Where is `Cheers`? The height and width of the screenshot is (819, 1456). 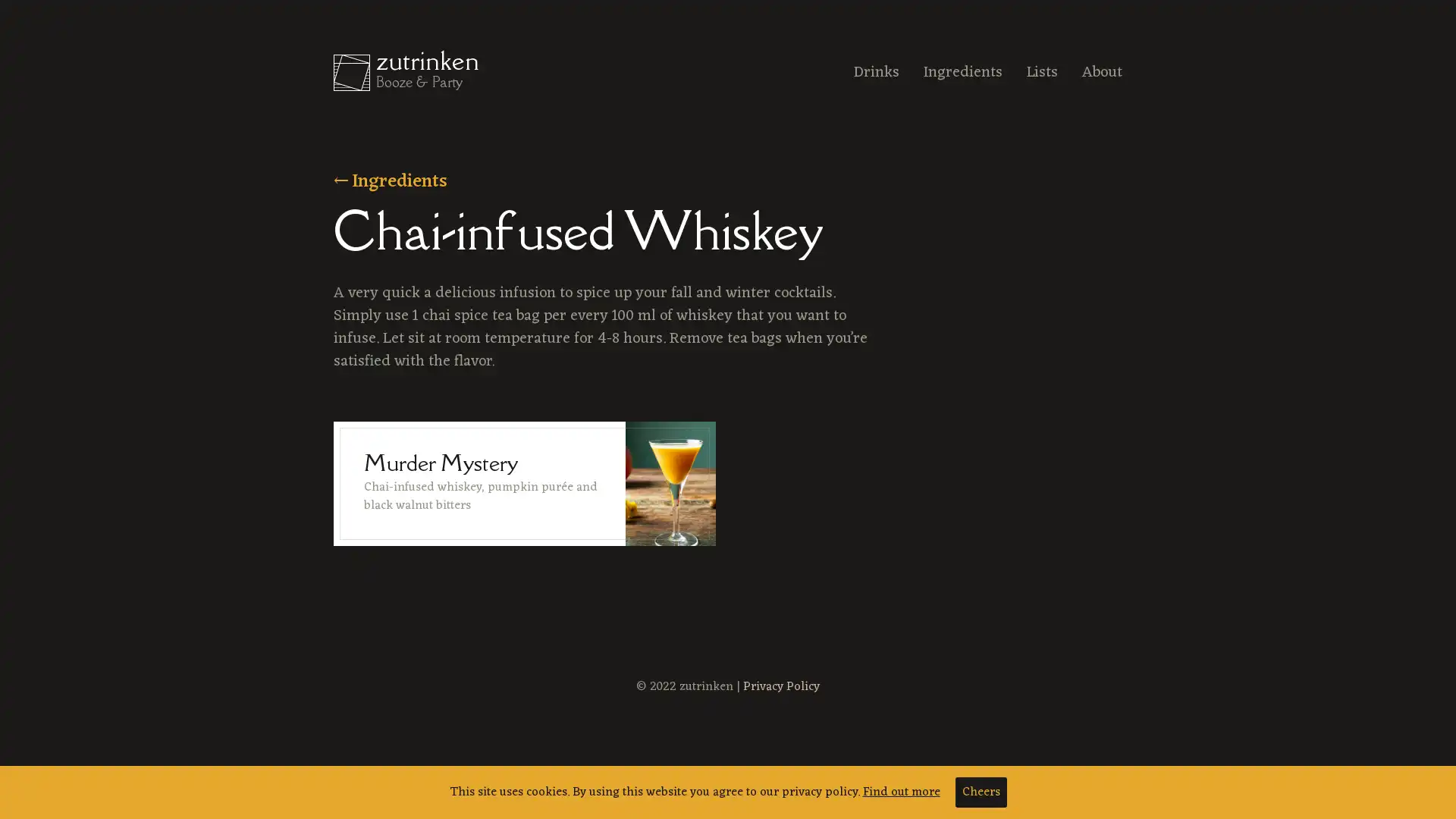 Cheers is located at coordinates (980, 792).